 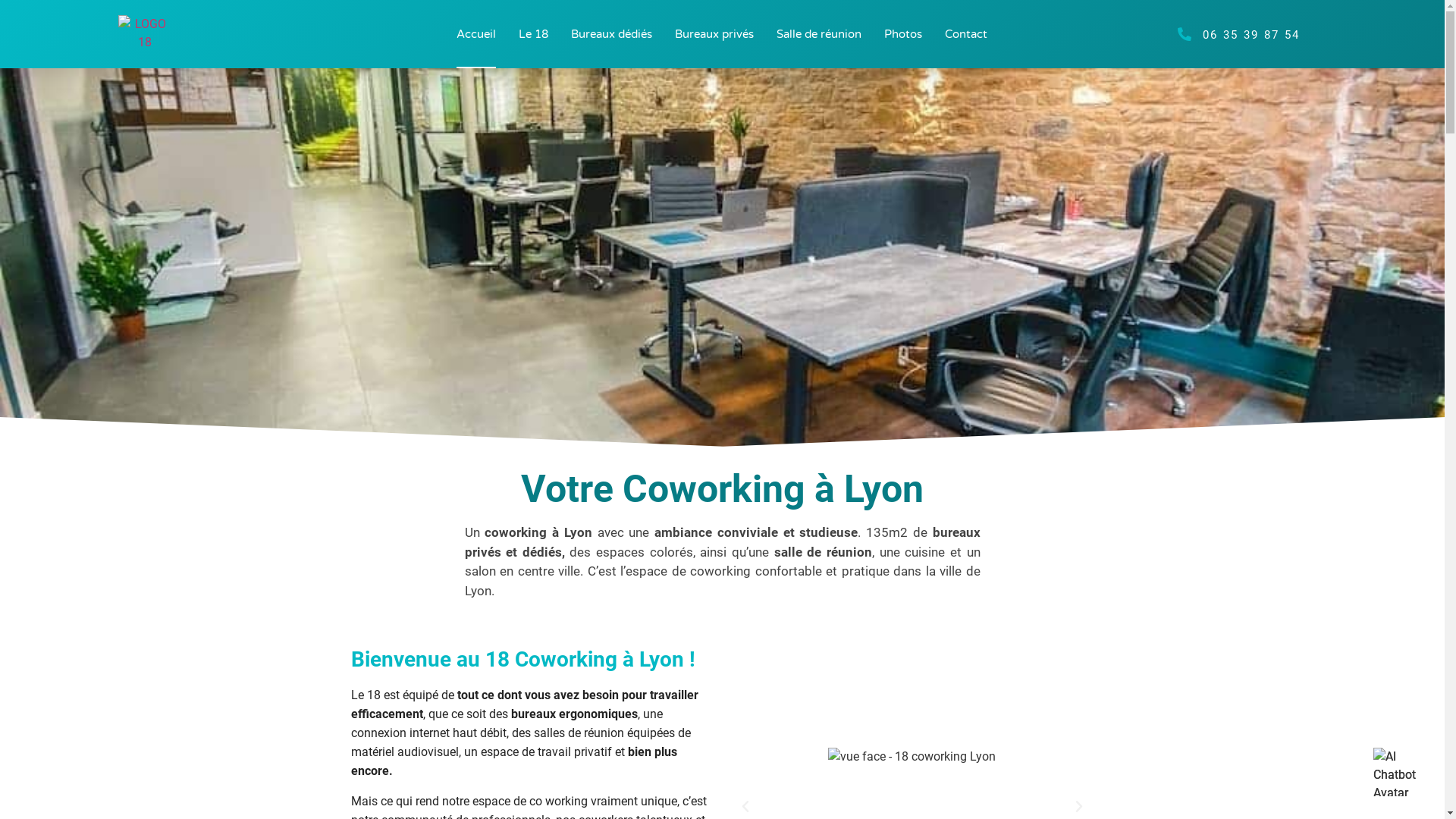 I want to click on 'Le 18', so click(x=533, y=34).